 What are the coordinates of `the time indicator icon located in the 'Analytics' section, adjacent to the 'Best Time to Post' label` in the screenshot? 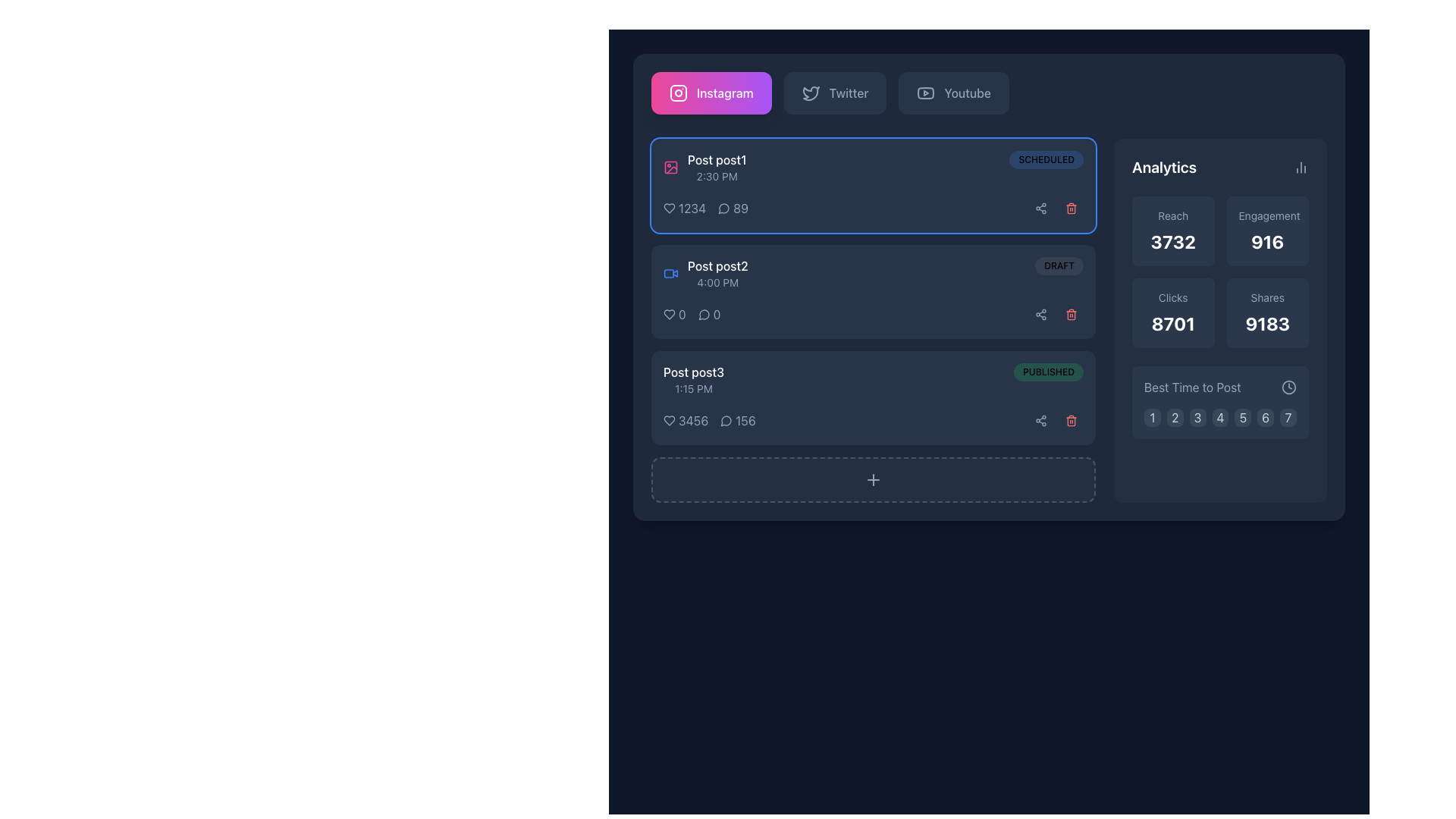 It's located at (1288, 386).